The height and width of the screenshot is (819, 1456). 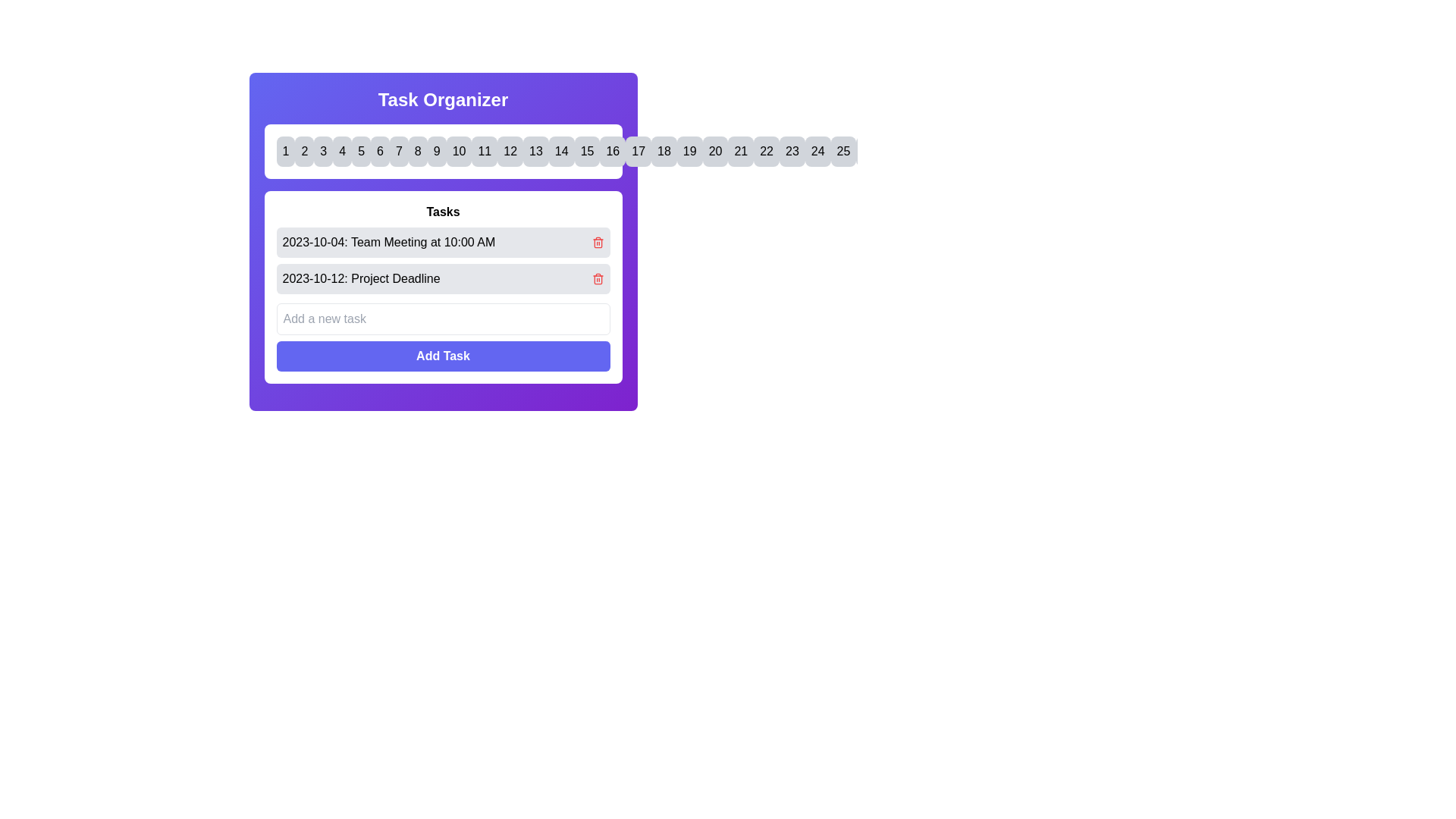 What do you see at coordinates (817, 152) in the screenshot?
I see `the 24th button in the calendar interface` at bounding box center [817, 152].